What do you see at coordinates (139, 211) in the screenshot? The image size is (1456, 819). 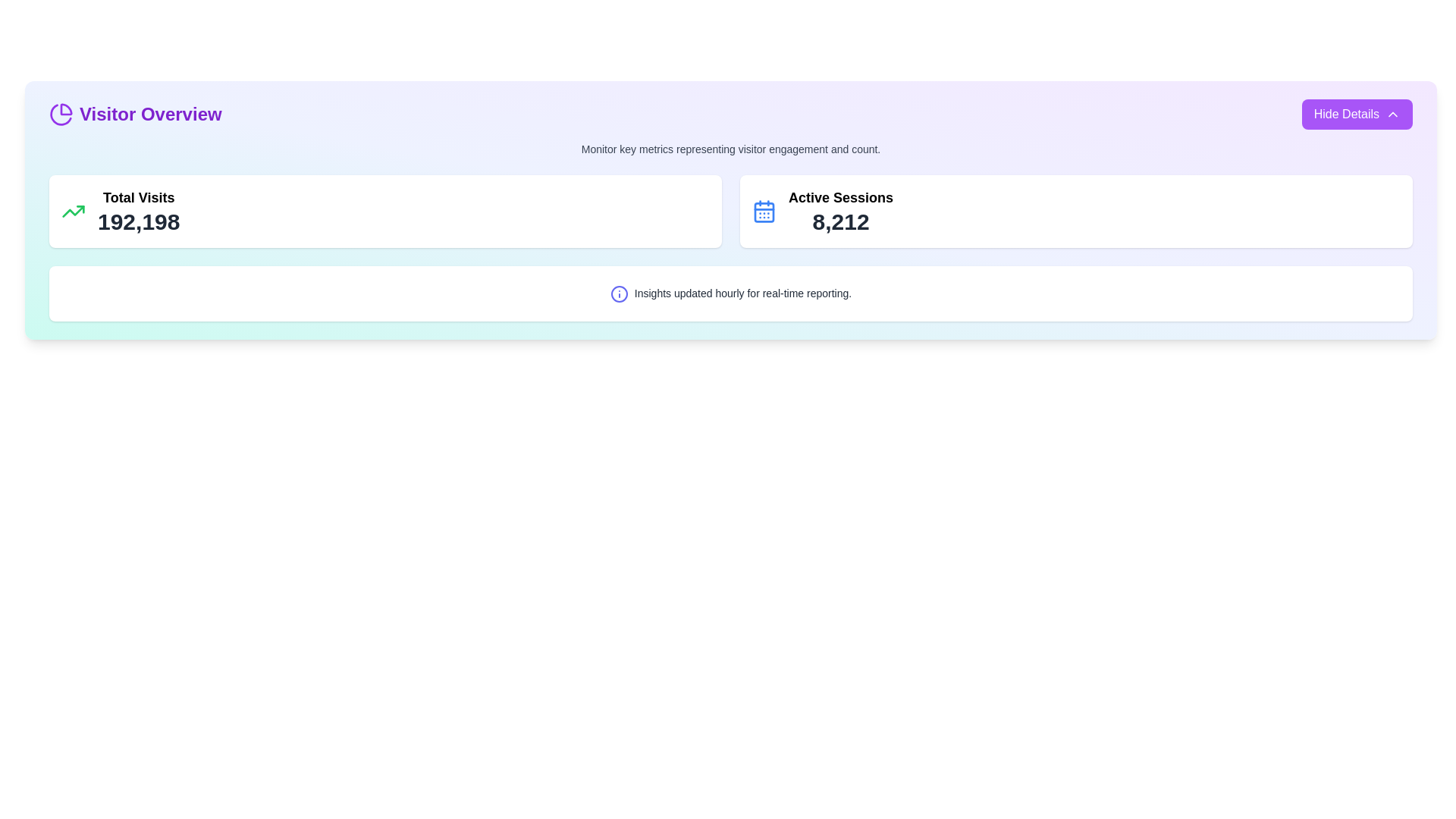 I see `displayed text from the metric display component showing the total number of visits, located under the 'Visitor Overview' section and to the right of the green upward-trending icon` at bounding box center [139, 211].